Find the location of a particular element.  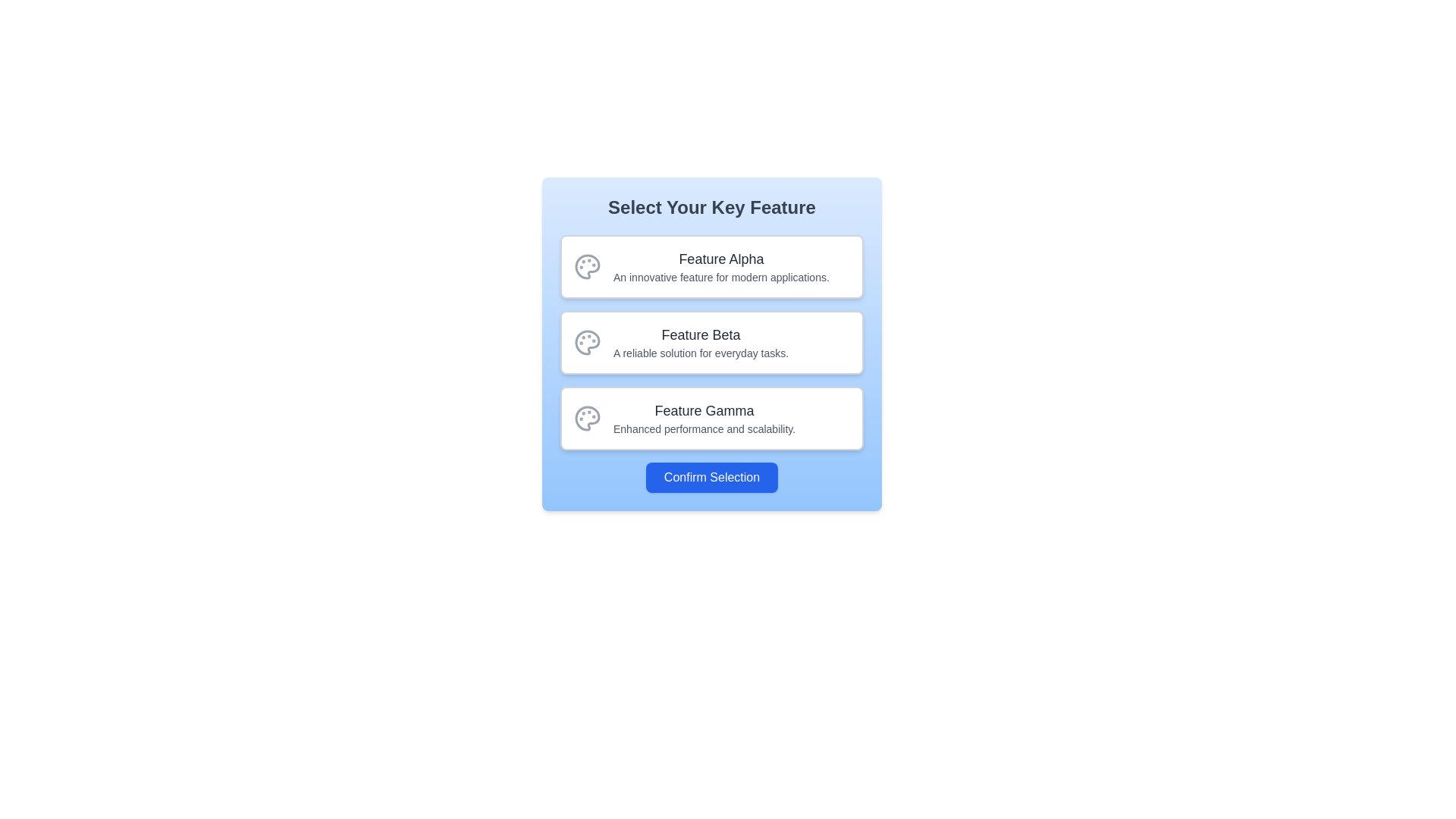

the interactive text block within the selection card to confirm the selection of the option, which is positioned between 'Feature Alpha' and 'Feature Gamma' is located at coordinates (700, 342).